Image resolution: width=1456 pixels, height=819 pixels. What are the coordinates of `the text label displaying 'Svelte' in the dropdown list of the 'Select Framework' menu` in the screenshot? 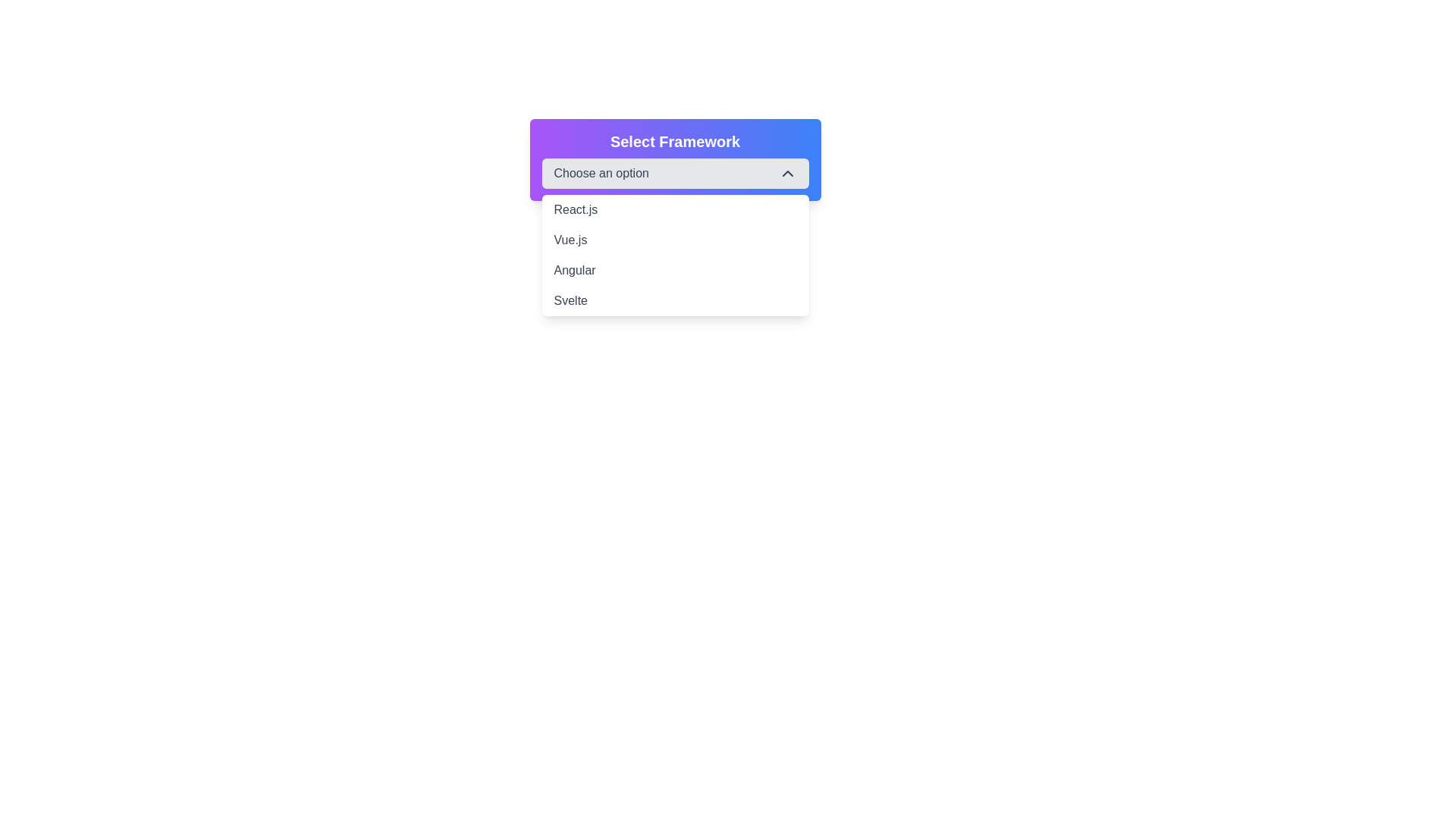 It's located at (570, 301).